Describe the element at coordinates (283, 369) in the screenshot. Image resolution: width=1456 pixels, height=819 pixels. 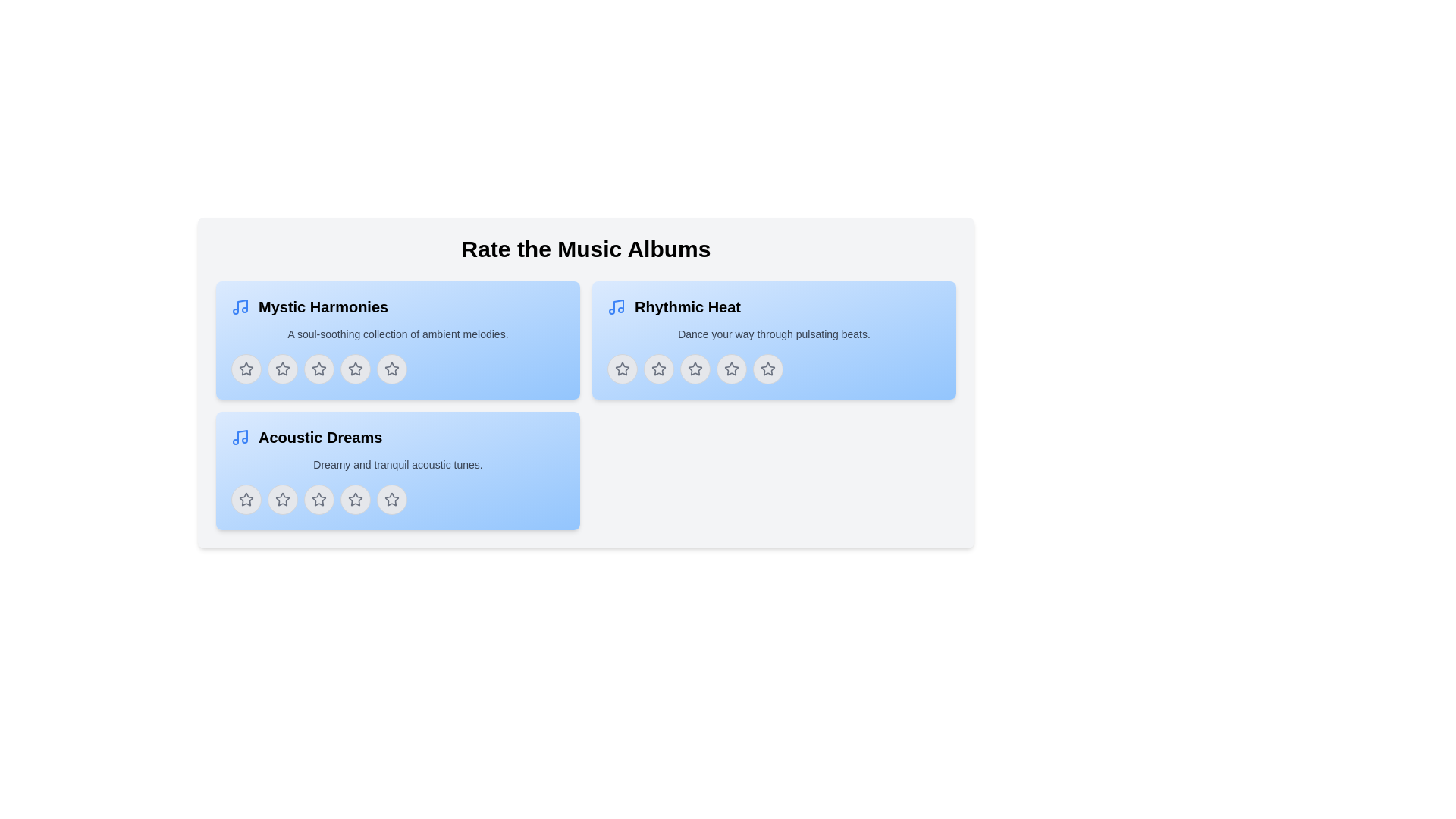
I see `the second rating star icon for keyboard navigation` at that location.